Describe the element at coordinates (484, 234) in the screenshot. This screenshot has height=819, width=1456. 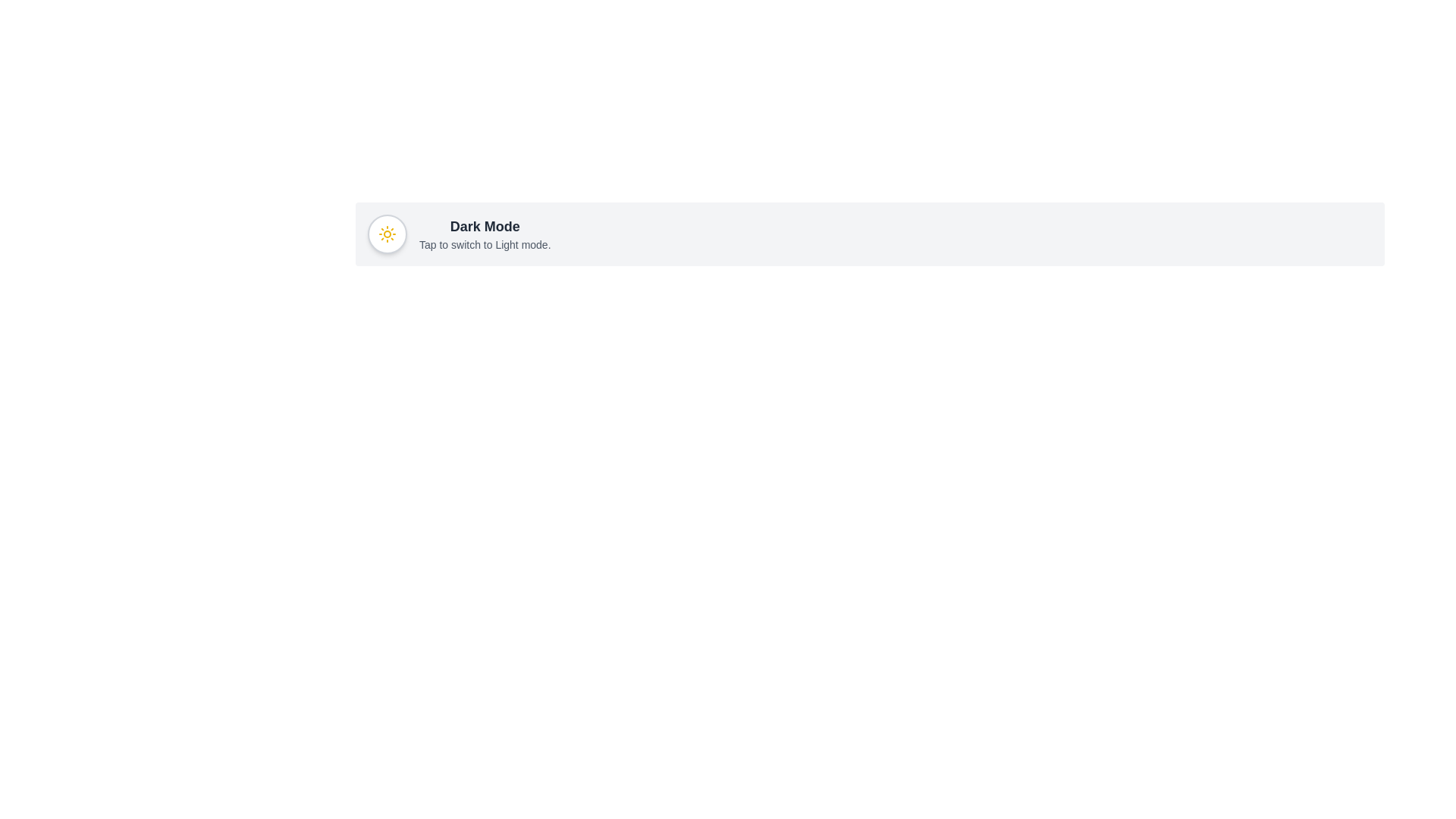
I see `the 'Dark Mode' label, which consists of two lines of text, the first being bold and larger, indicating the dark mode functionality` at that location.